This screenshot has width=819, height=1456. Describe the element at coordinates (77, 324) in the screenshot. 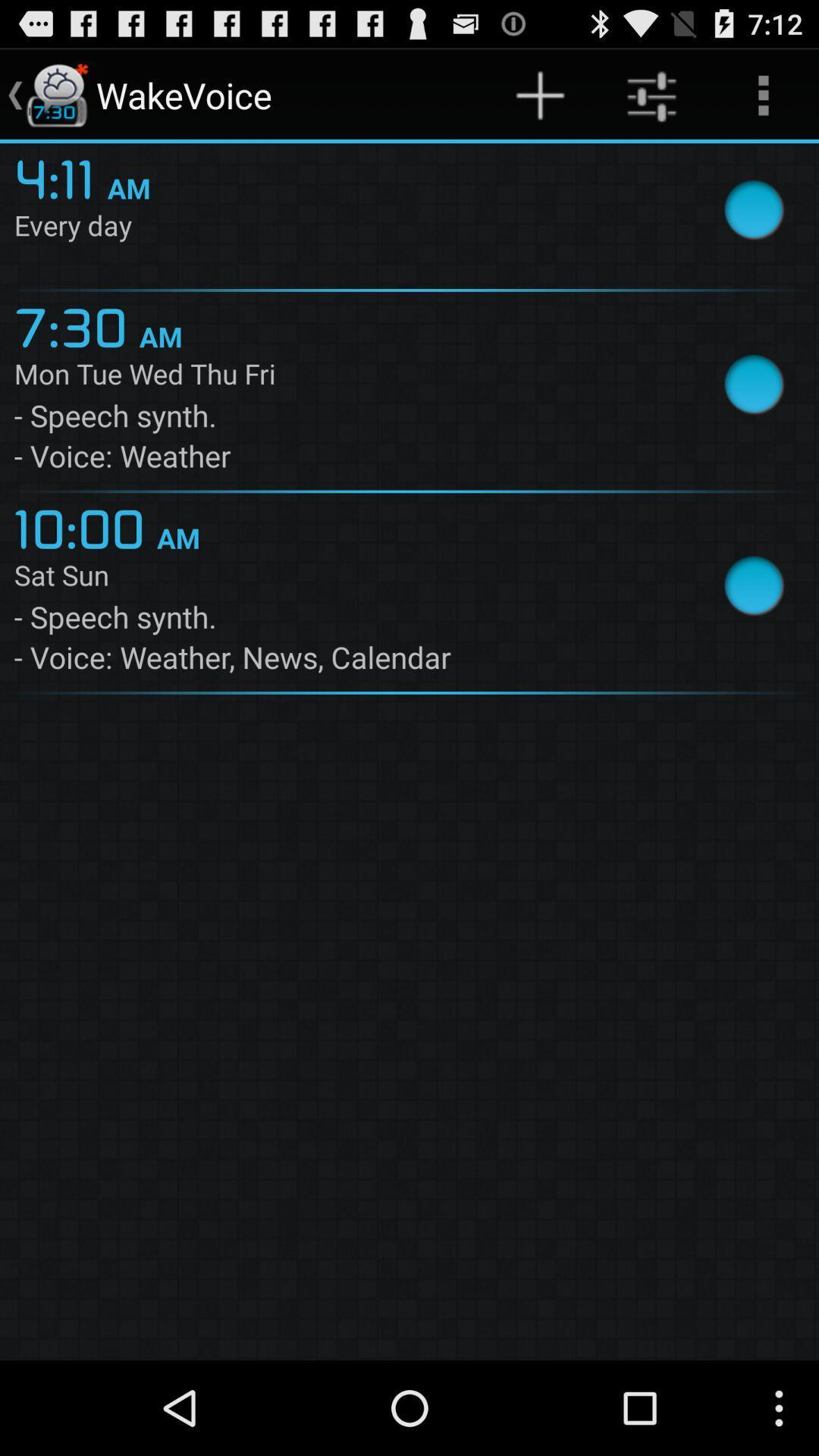

I see `the icon next to am` at that location.